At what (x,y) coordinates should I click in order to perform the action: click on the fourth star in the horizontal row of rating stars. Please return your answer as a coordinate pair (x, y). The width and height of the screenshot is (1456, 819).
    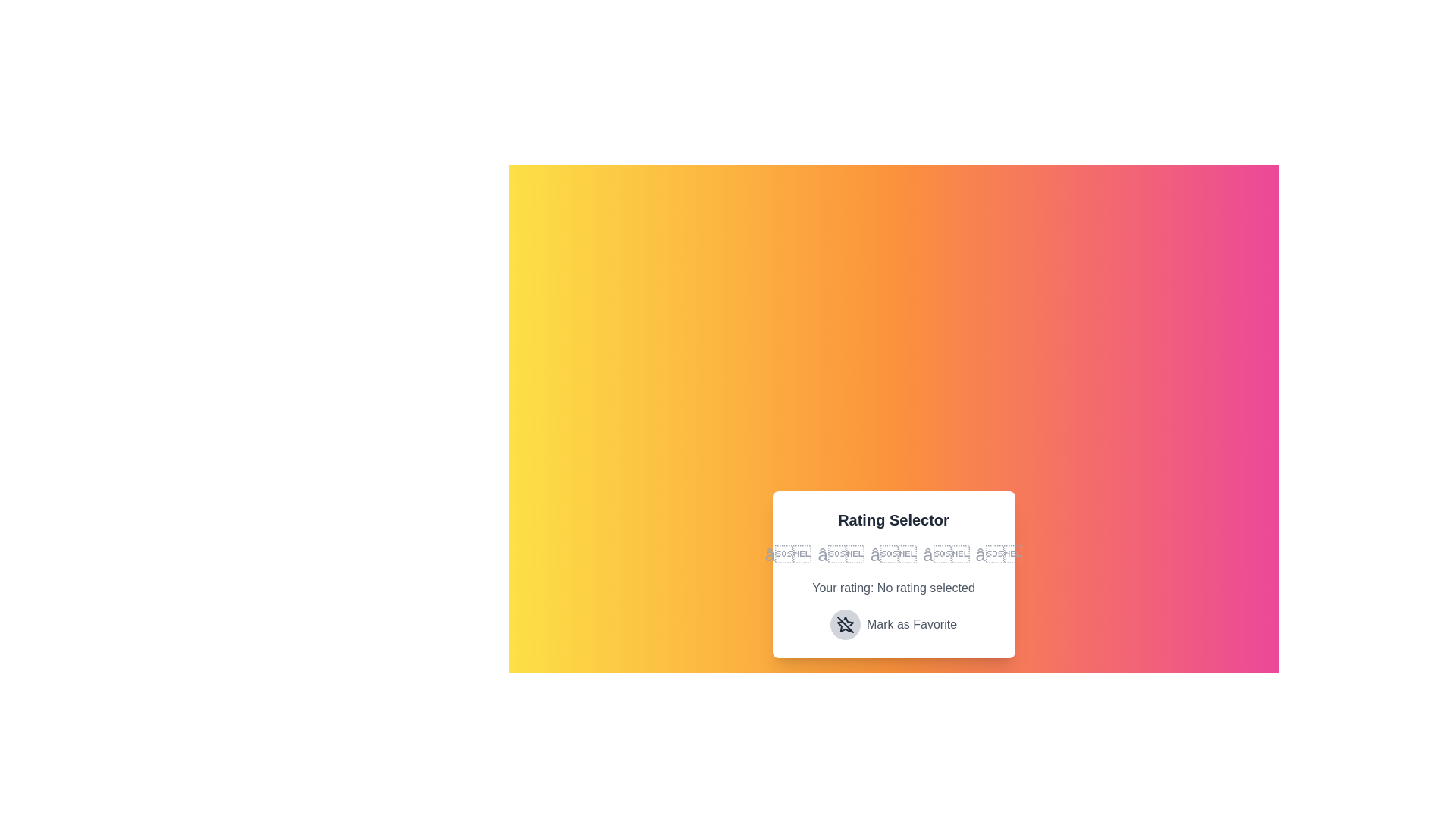
    Looking at the image, I should click on (945, 555).